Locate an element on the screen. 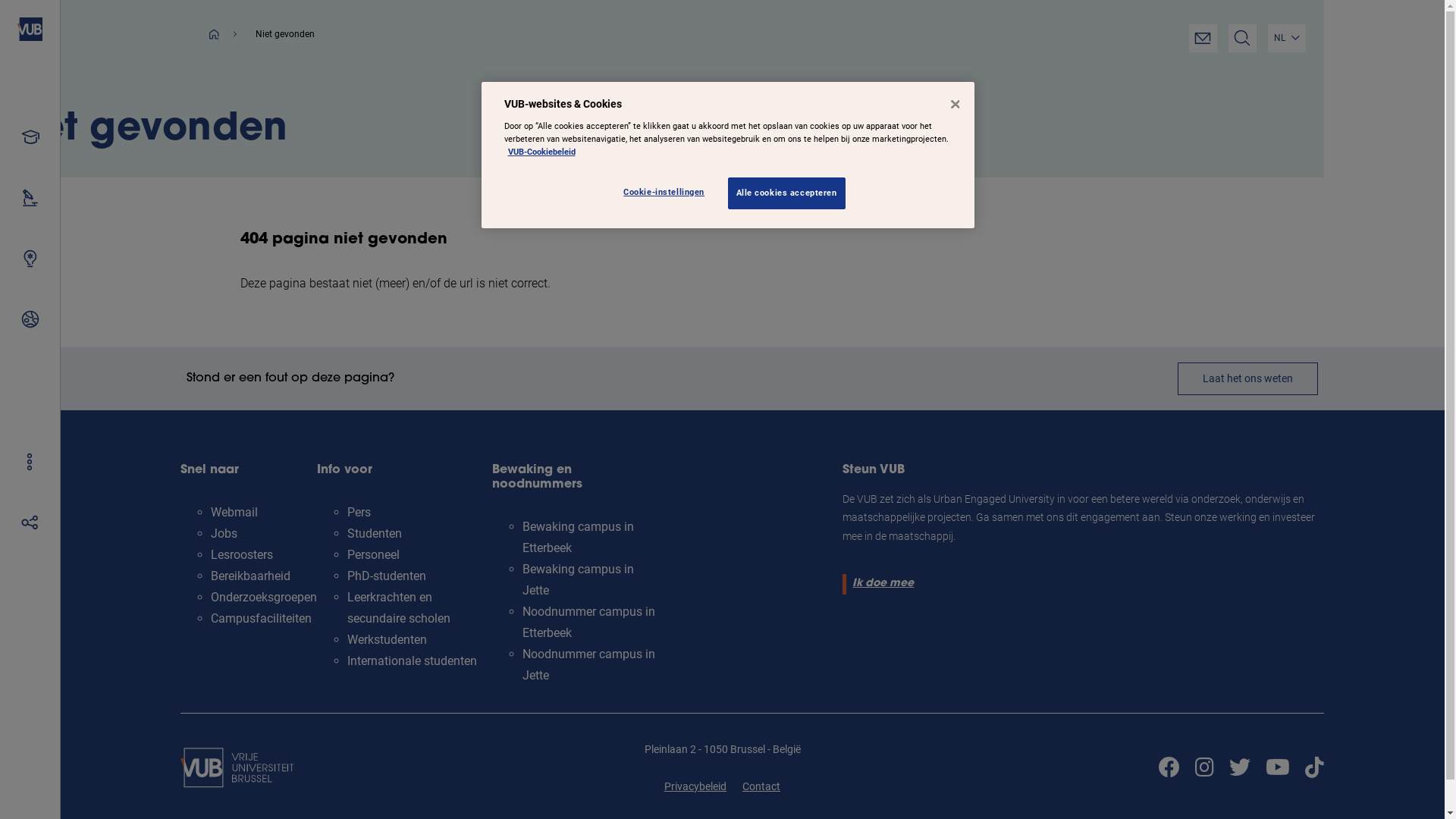  'Alle cookies accepteren' is located at coordinates (728, 192).